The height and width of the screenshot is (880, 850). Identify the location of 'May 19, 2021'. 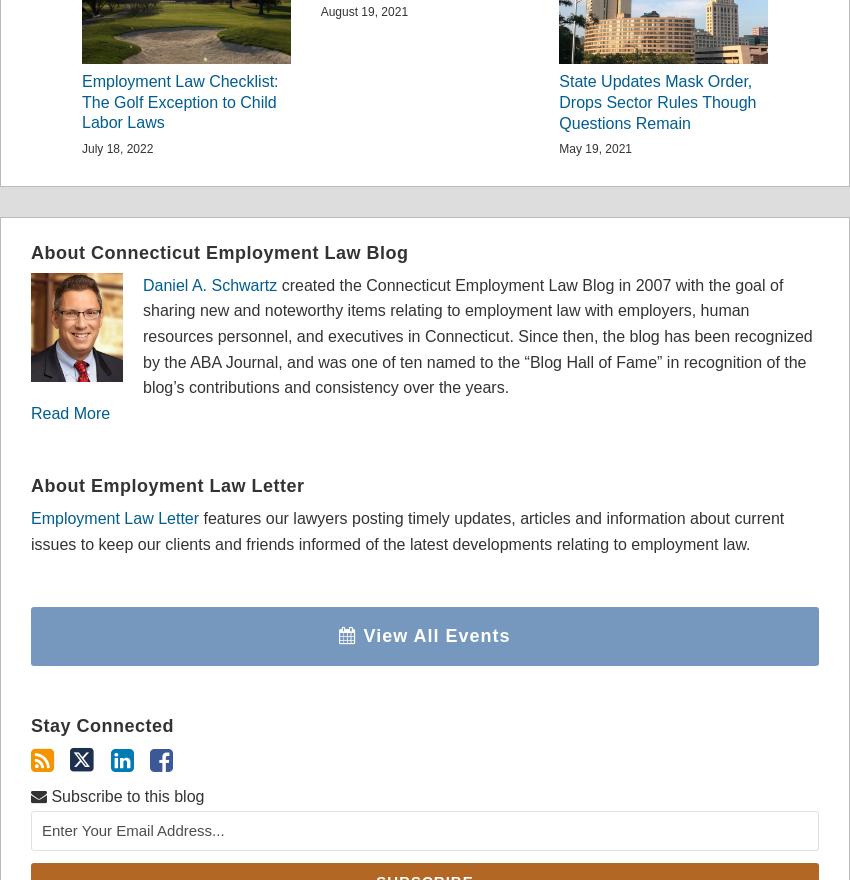
(558, 147).